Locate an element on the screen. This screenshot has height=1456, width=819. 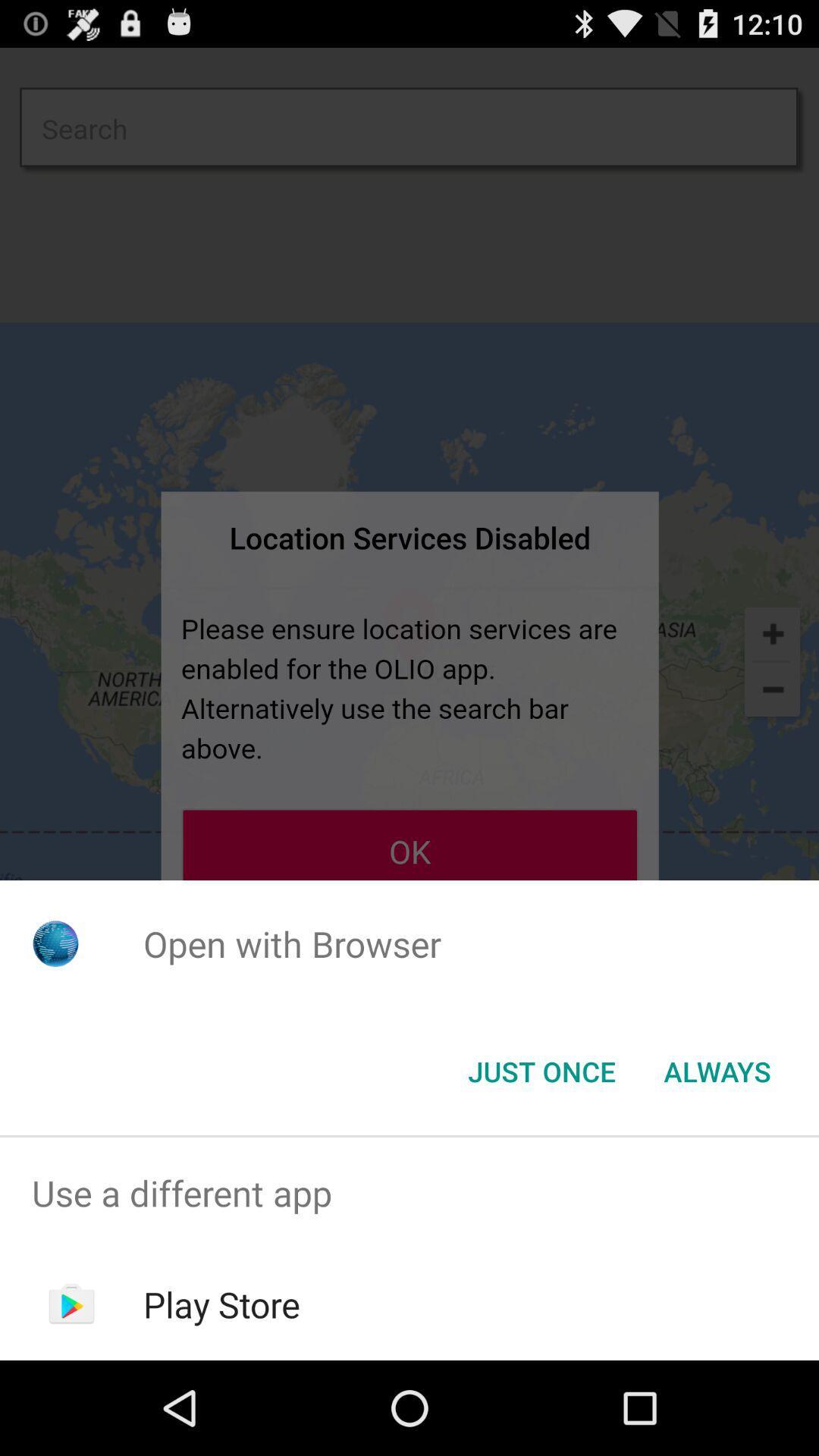
the item above the play store app is located at coordinates (409, 1192).